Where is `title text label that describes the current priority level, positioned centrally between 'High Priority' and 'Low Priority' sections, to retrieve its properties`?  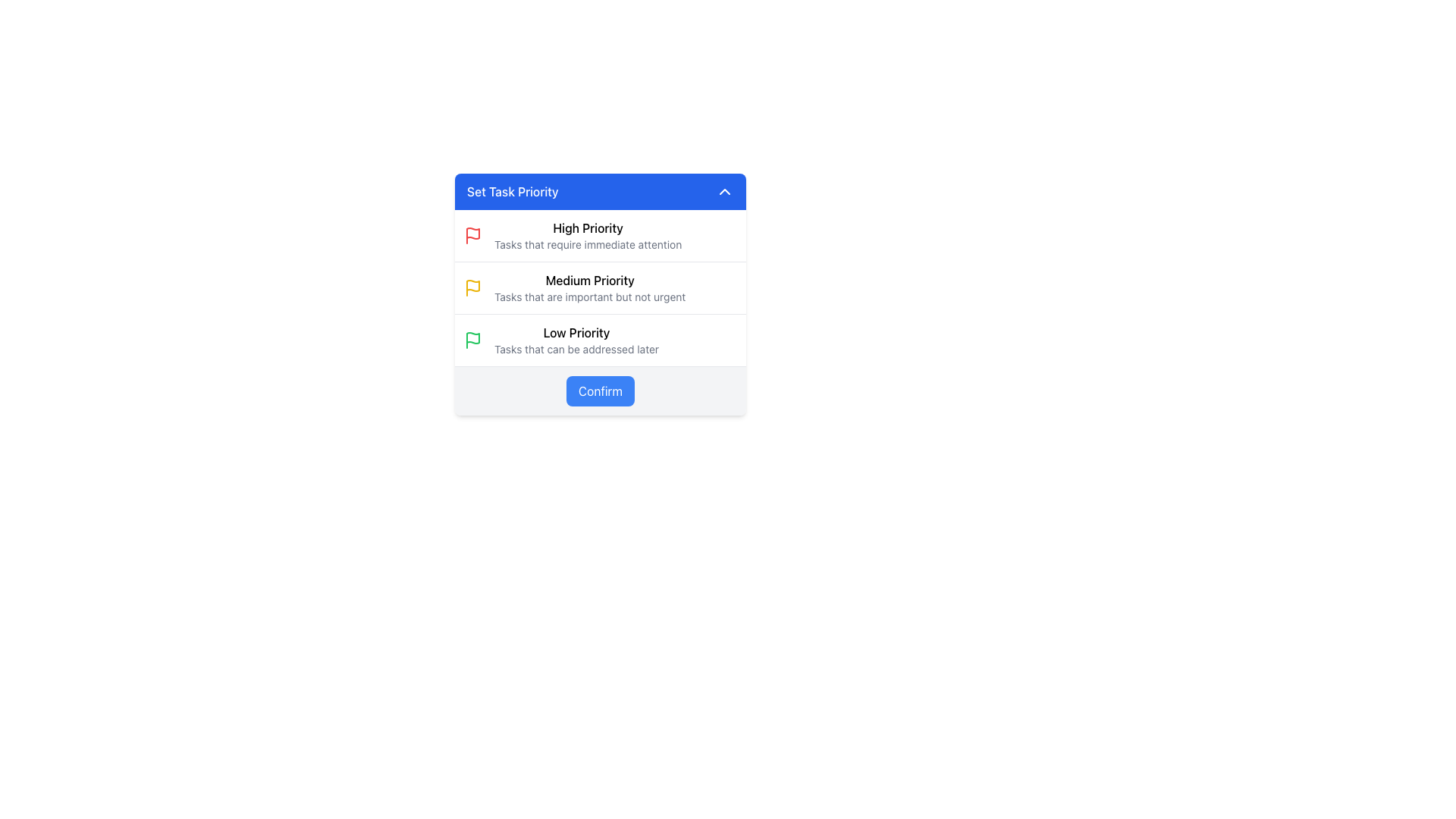 title text label that describes the current priority level, positioned centrally between 'High Priority' and 'Low Priority' sections, to retrieve its properties is located at coordinates (589, 281).